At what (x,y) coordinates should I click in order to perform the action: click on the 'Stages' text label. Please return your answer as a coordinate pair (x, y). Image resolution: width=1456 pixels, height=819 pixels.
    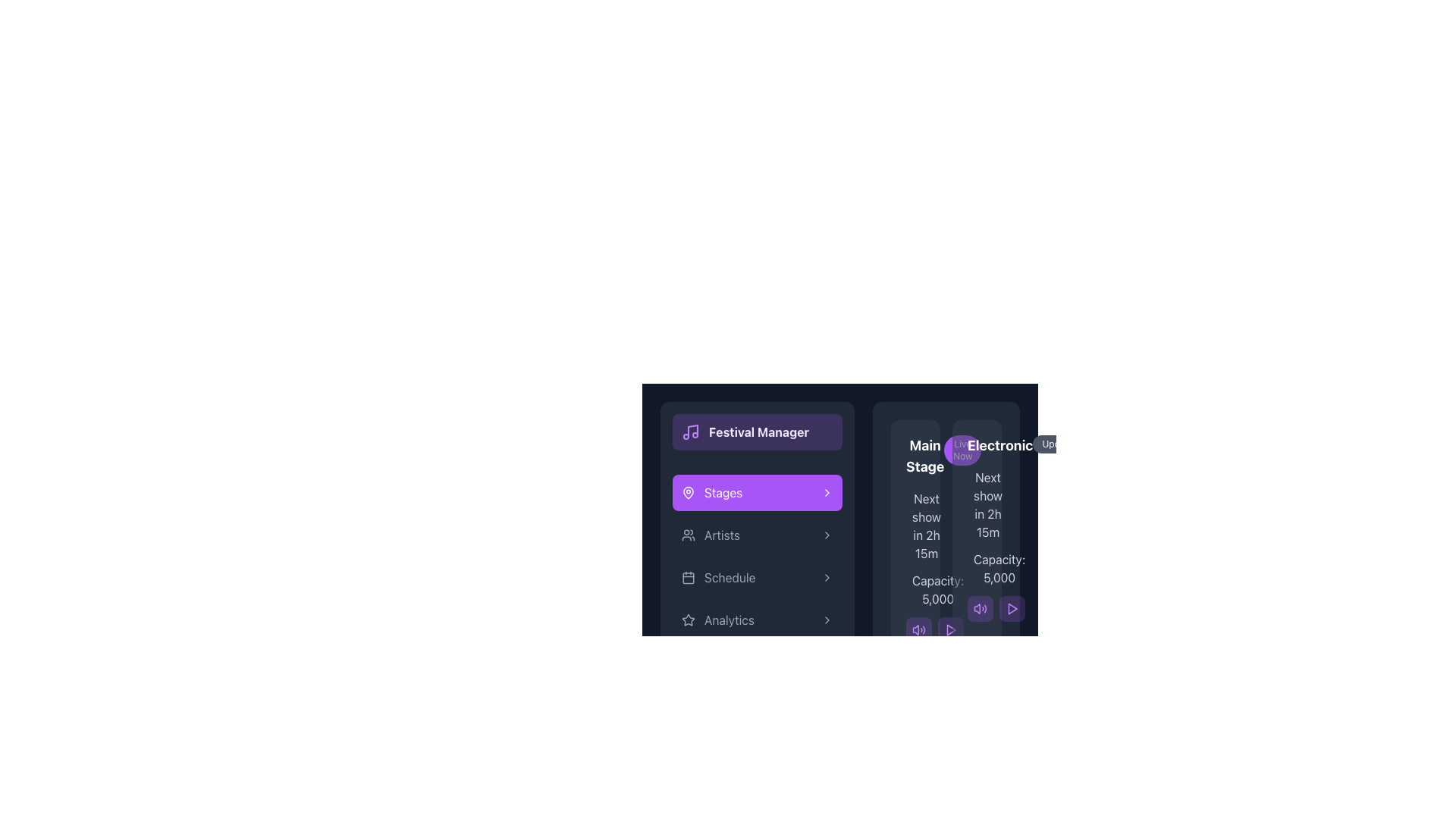
    Looking at the image, I should click on (723, 493).